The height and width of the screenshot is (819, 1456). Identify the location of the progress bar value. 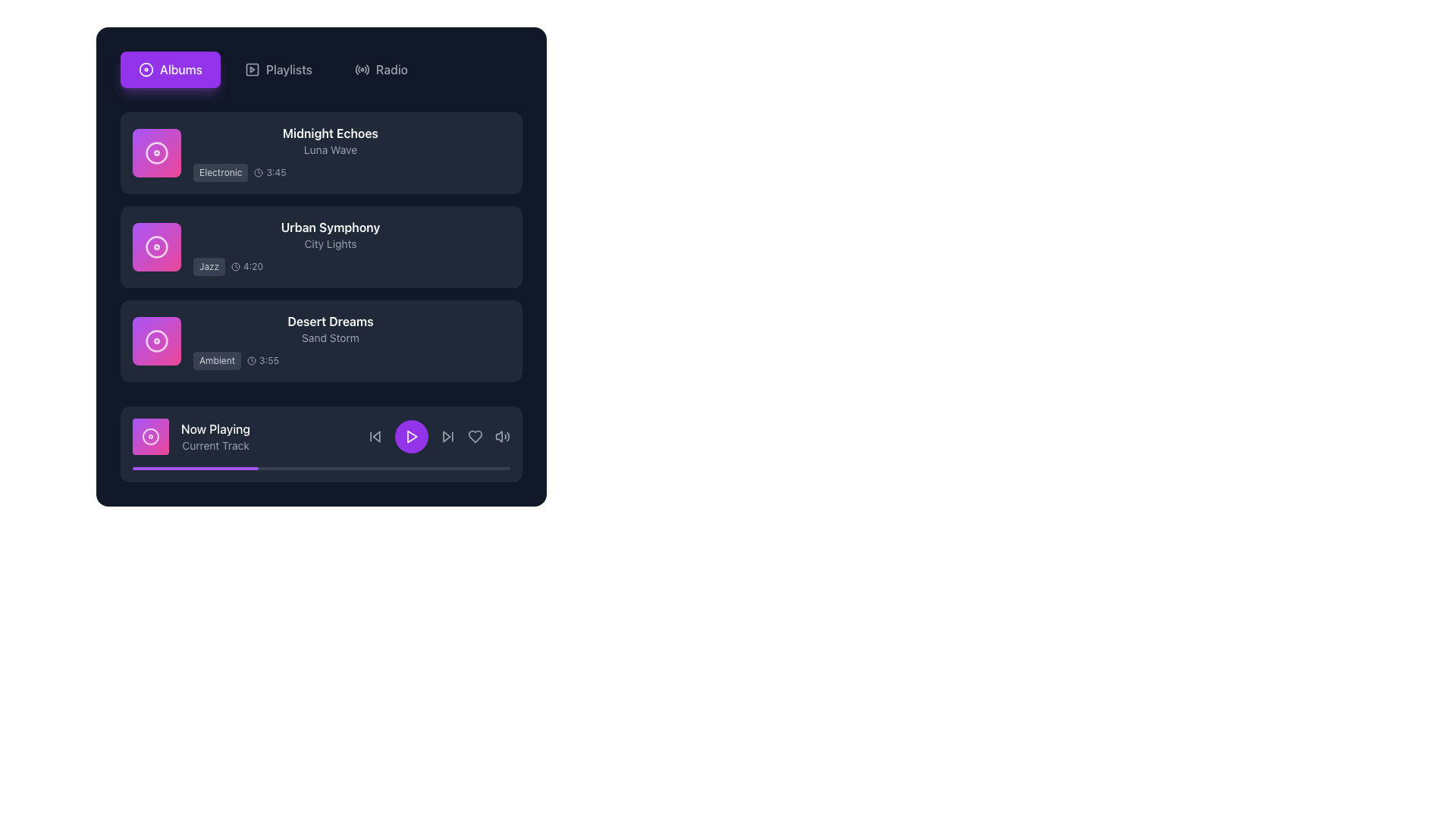
(240, 467).